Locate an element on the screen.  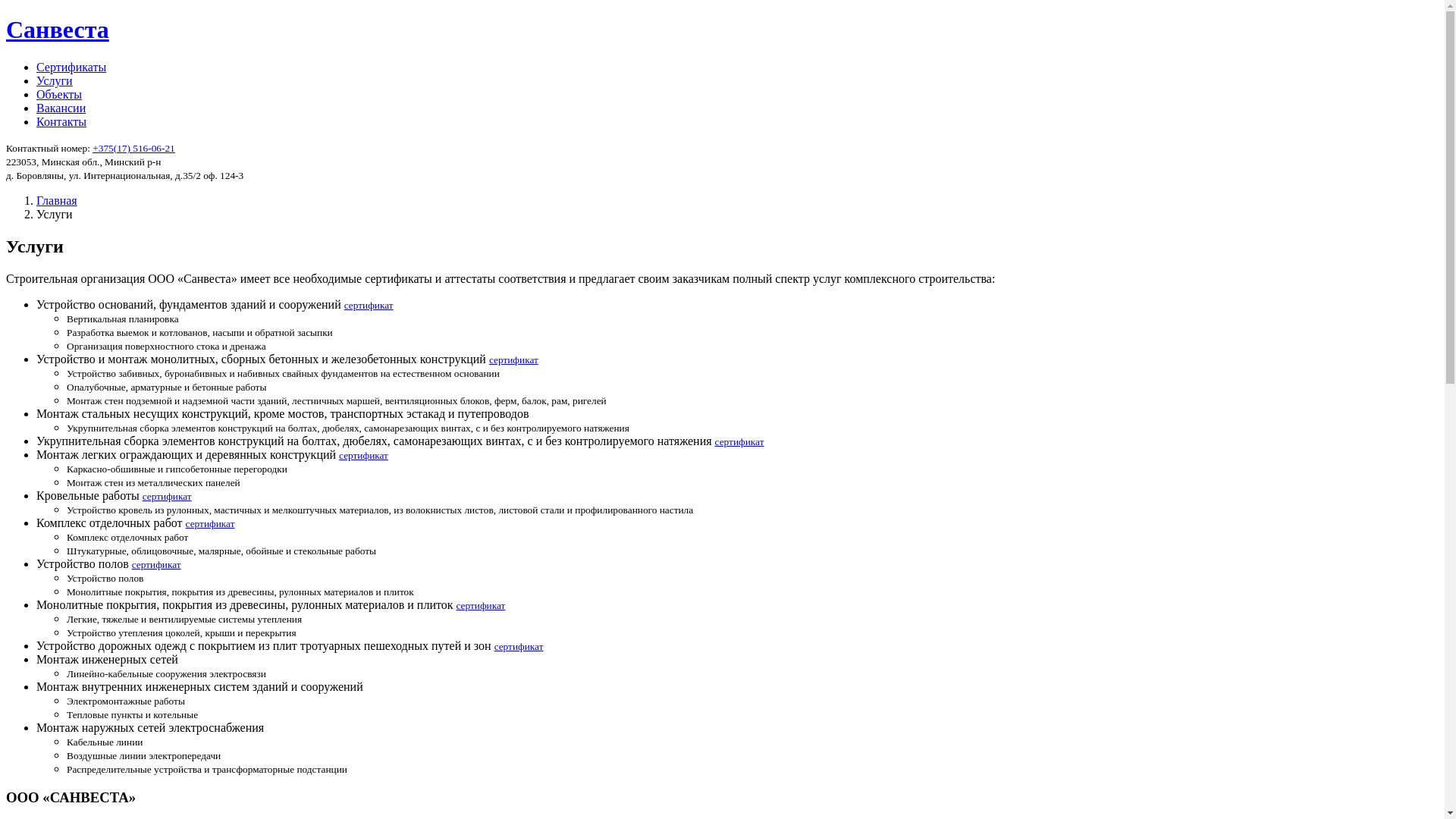
'+375(17) 516-06-21' is located at coordinates (91, 148).